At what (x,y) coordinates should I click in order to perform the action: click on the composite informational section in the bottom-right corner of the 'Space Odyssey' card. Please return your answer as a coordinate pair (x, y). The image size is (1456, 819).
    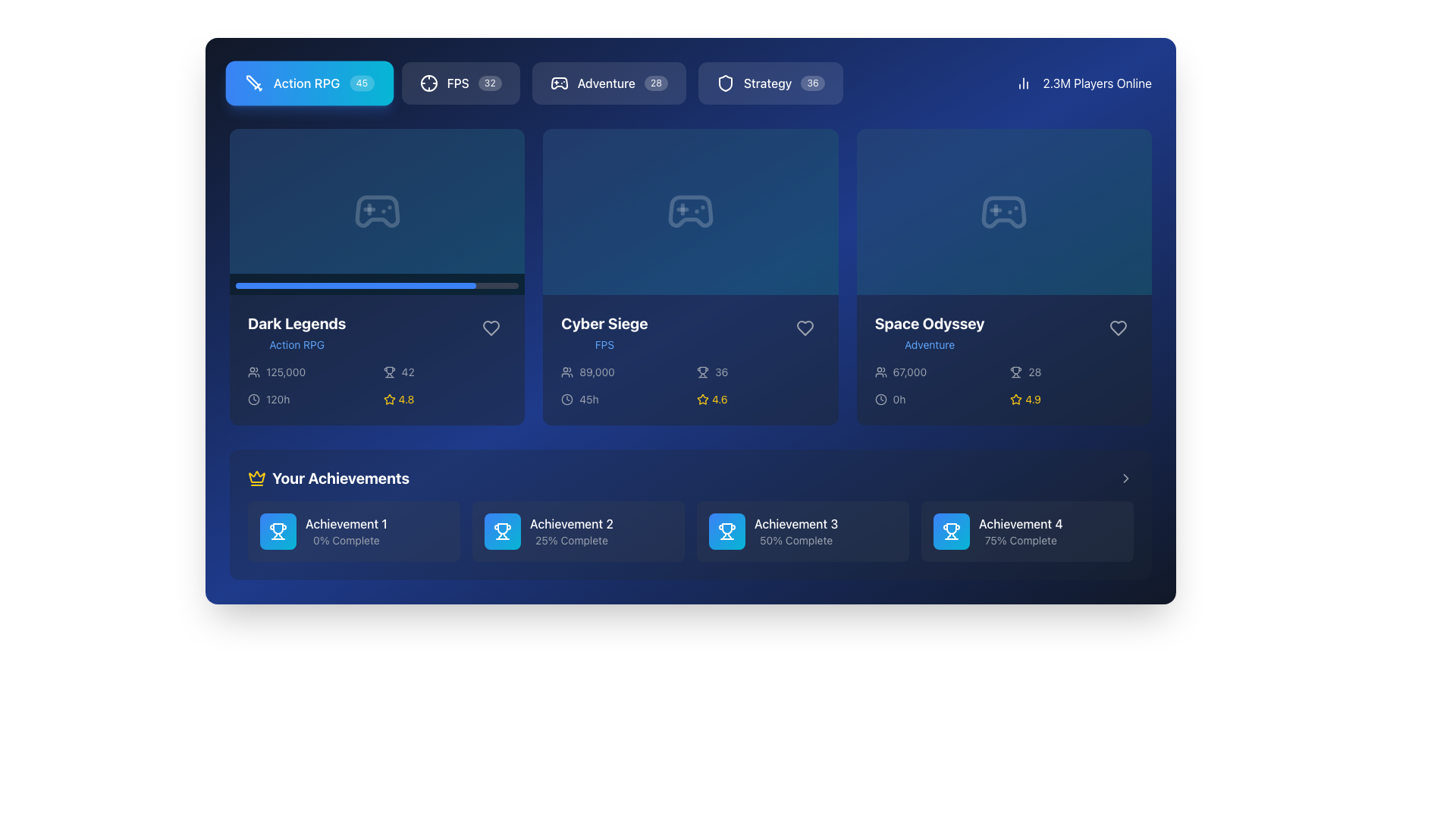
    Looking at the image, I should click on (1004, 385).